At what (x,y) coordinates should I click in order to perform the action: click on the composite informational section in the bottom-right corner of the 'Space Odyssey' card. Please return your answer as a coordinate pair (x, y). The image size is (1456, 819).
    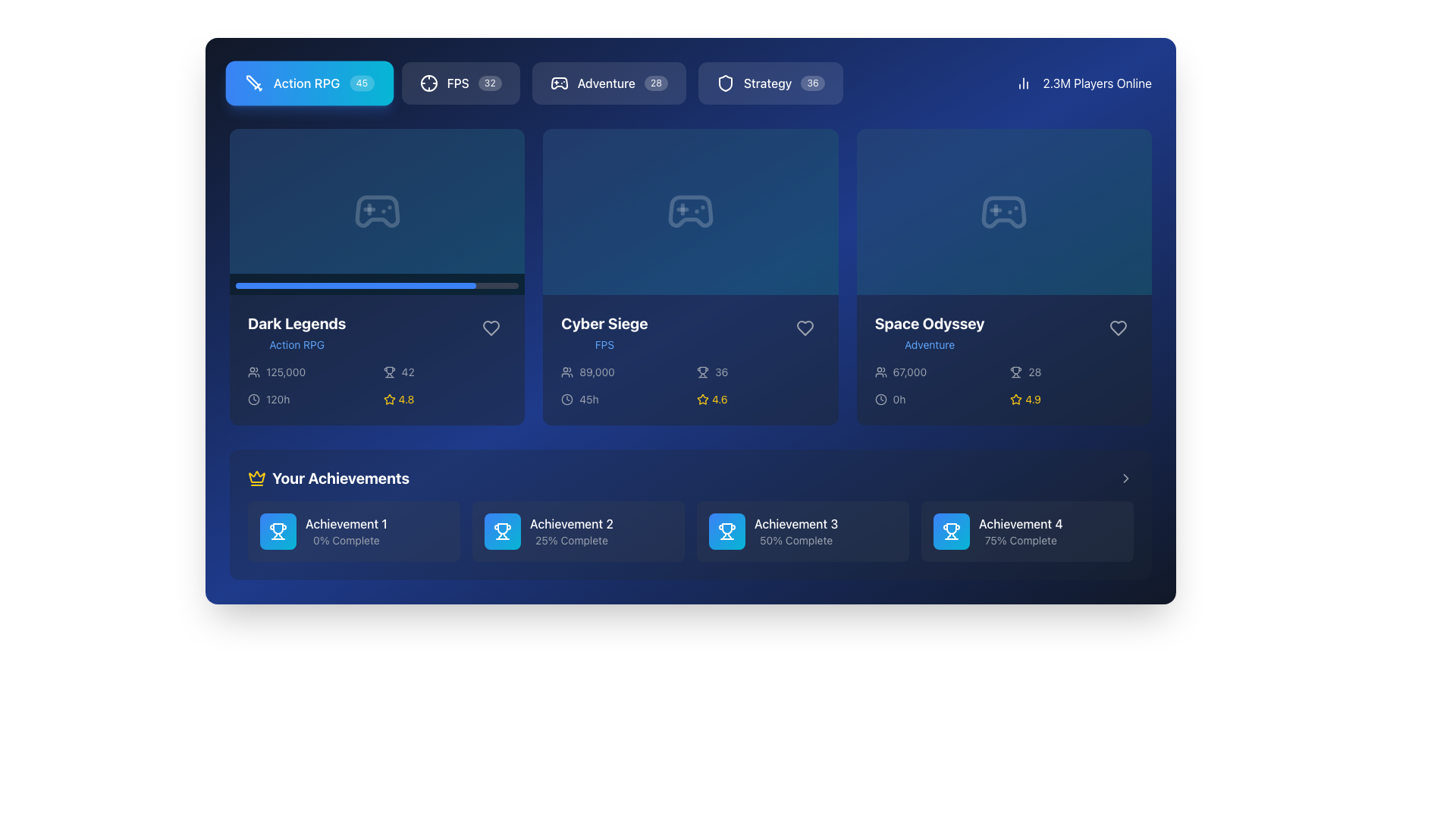
    Looking at the image, I should click on (1004, 385).